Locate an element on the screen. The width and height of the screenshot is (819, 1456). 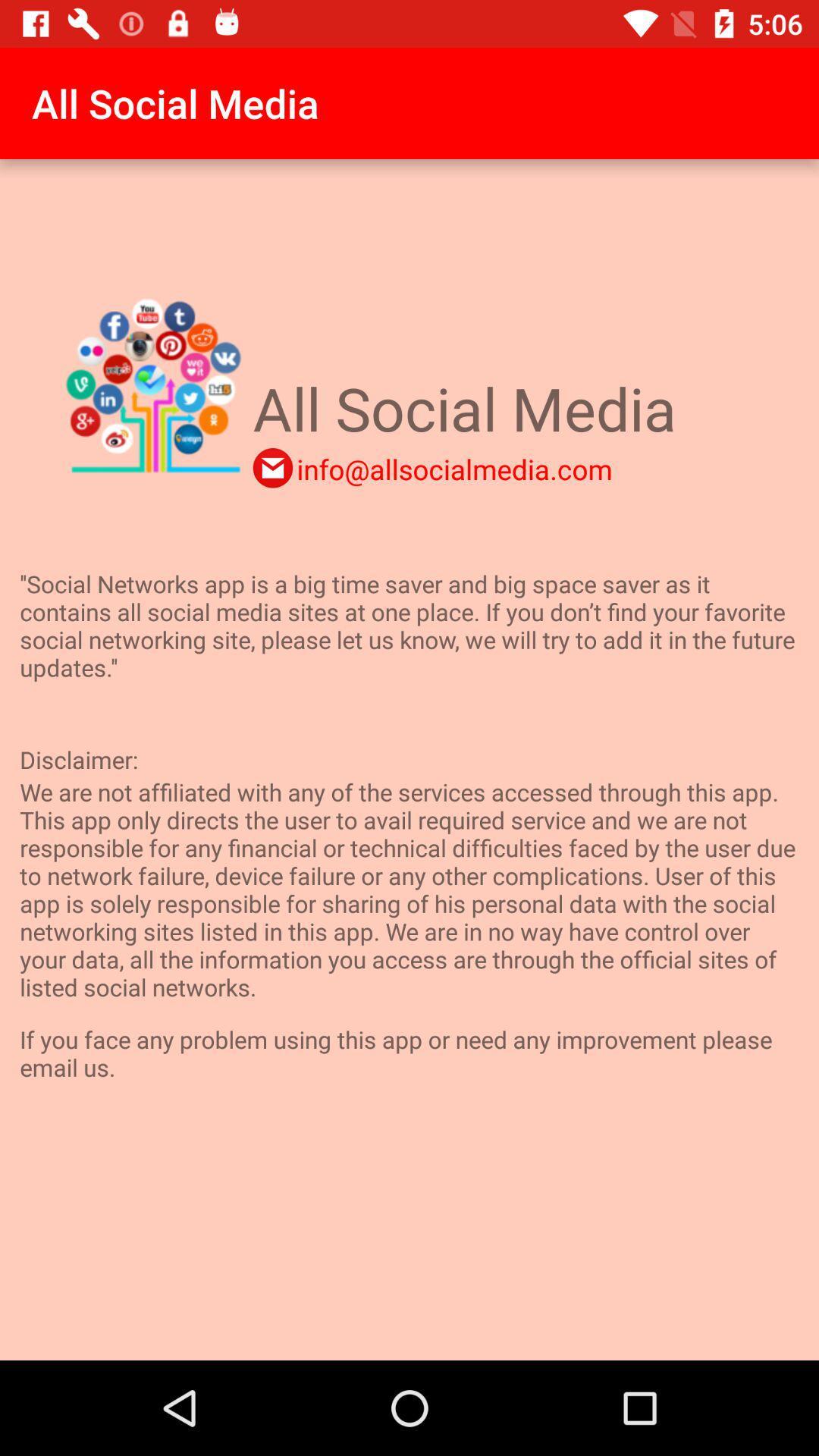
email option is located at coordinates (271, 467).